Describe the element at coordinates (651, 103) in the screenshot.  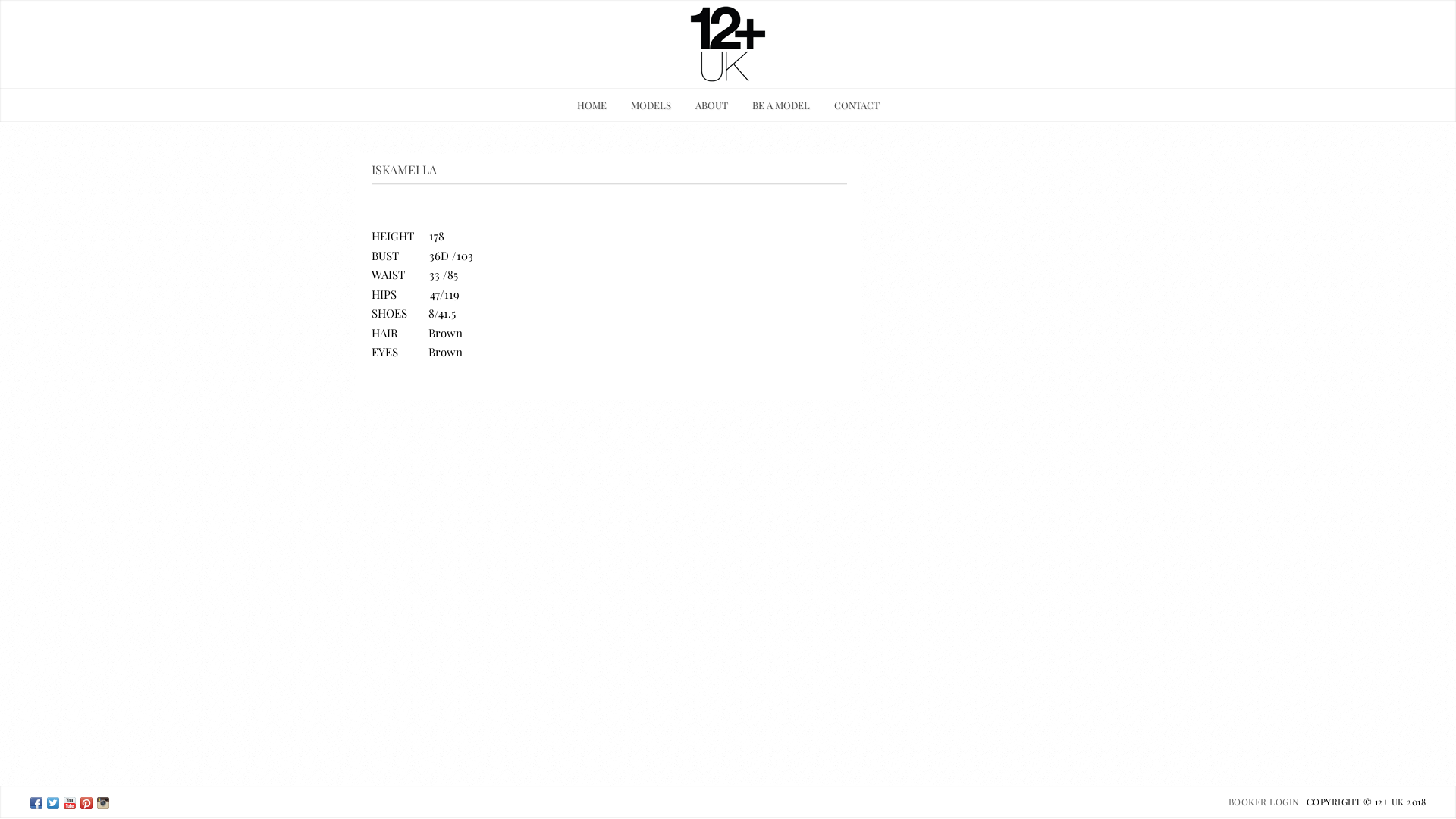
I see `'MODELS'` at that location.